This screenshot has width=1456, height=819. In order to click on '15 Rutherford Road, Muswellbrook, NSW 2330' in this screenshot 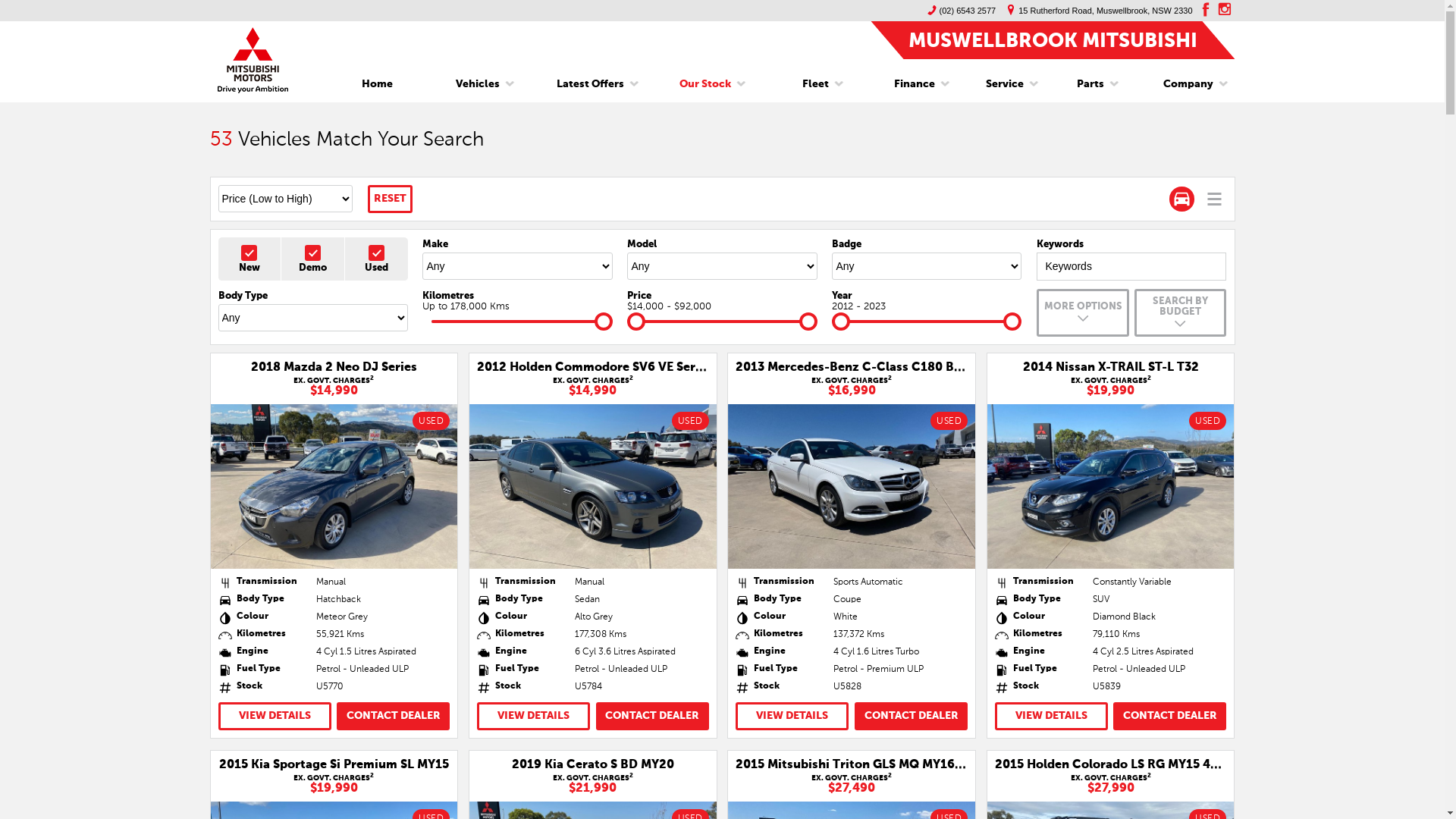, I will do `click(1095, 11)`.